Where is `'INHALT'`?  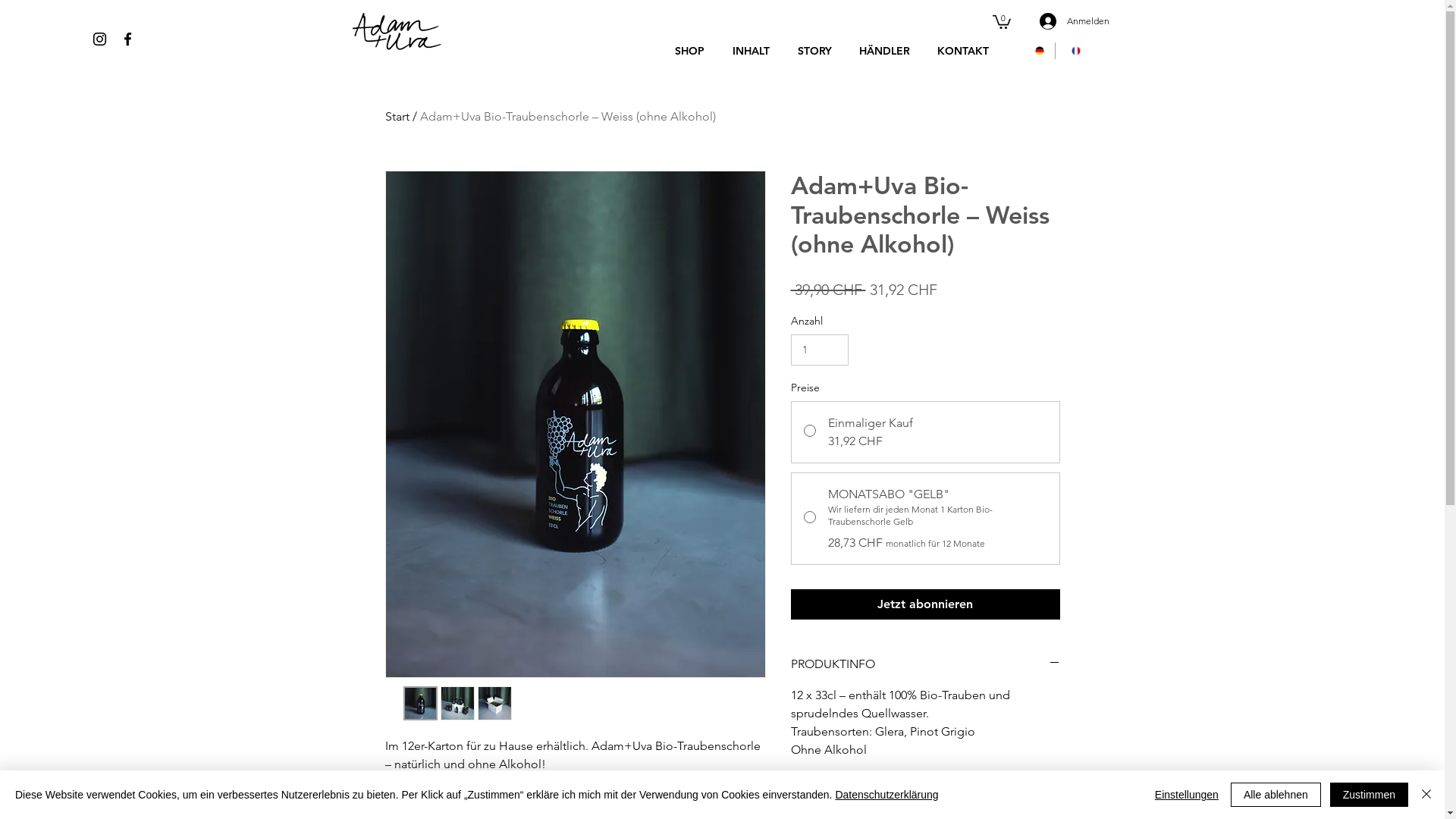
'INHALT' is located at coordinates (748, 49).